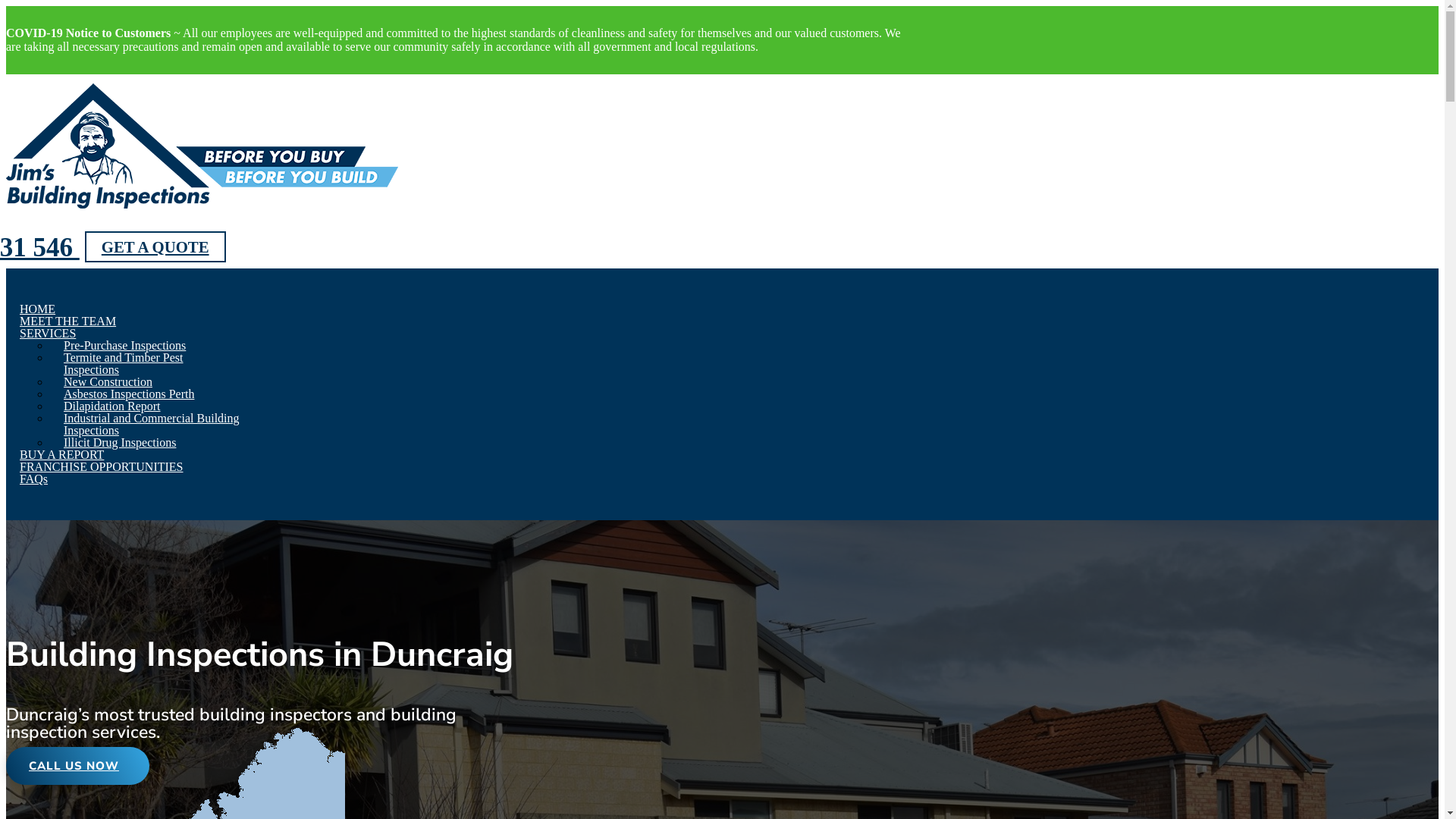  Describe the element at coordinates (111, 405) in the screenshot. I see `'Dilapidation Report'` at that location.